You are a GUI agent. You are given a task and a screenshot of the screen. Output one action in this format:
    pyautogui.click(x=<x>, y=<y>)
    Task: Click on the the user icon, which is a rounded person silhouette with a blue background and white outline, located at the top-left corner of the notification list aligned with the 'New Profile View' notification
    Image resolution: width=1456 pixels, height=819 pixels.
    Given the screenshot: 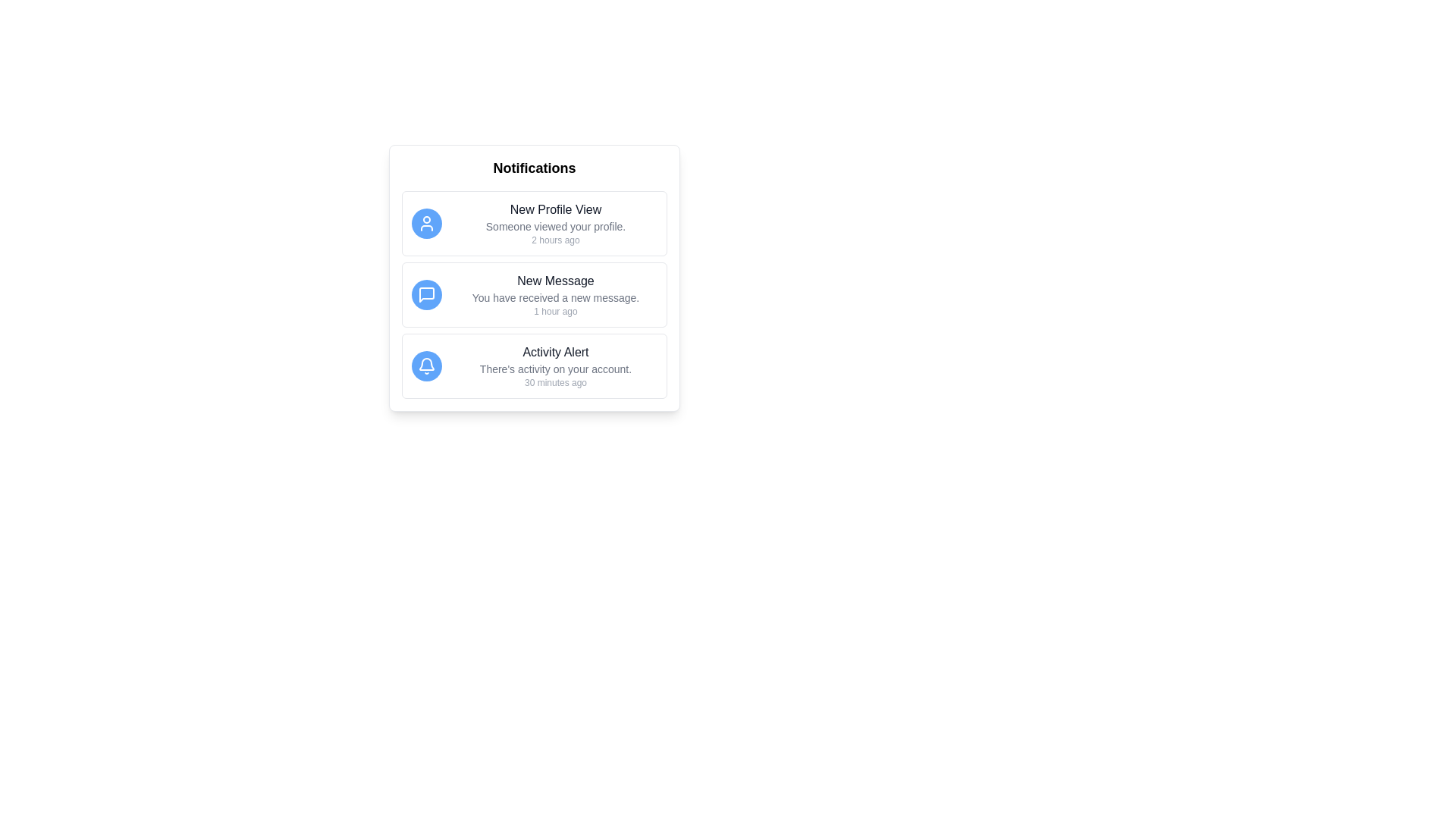 What is the action you would take?
    pyautogui.click(x=425, y=223)
    